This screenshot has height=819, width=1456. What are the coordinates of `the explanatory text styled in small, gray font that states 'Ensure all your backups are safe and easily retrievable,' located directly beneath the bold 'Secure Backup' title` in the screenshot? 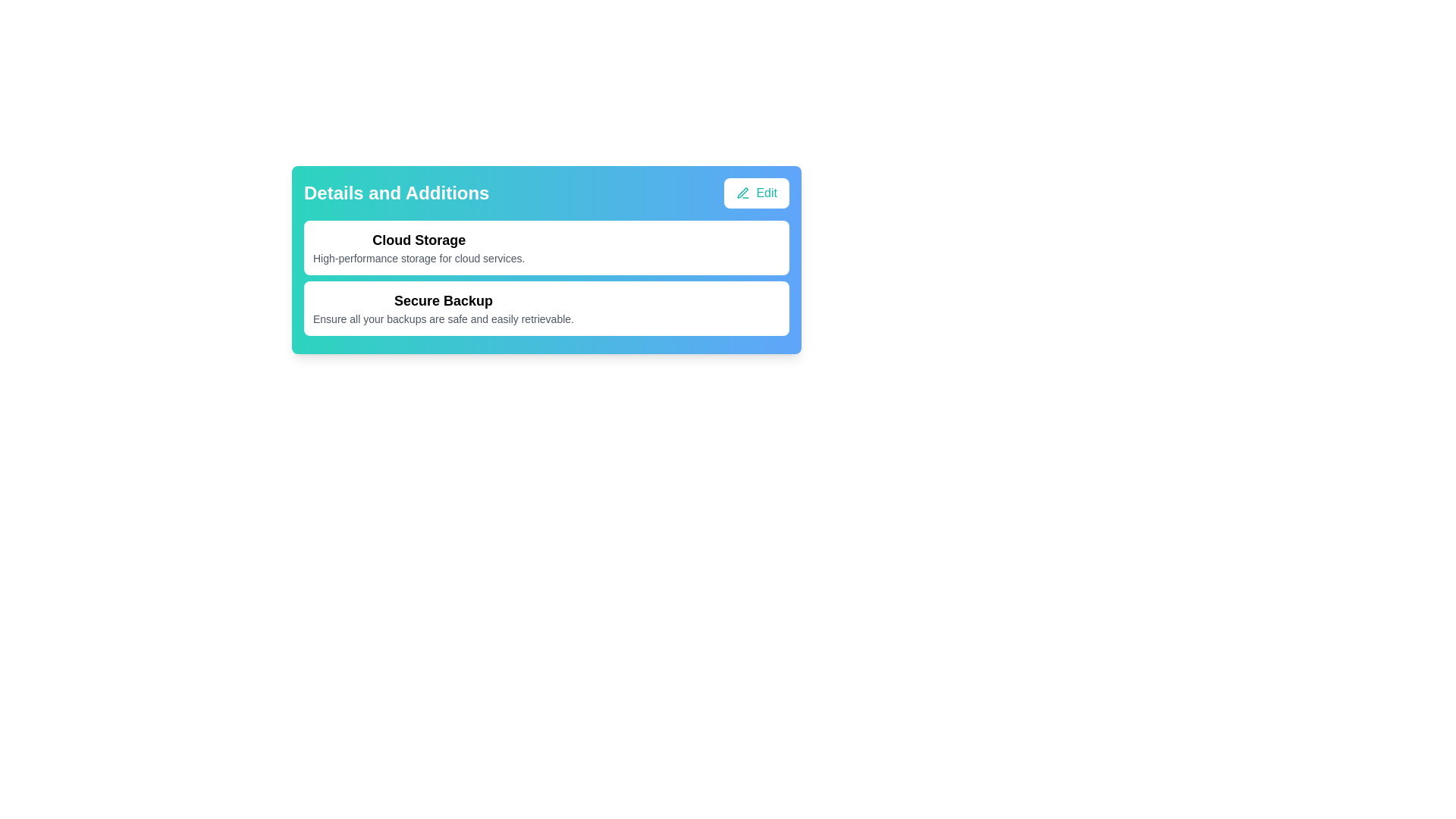 It's located at (443, 318).